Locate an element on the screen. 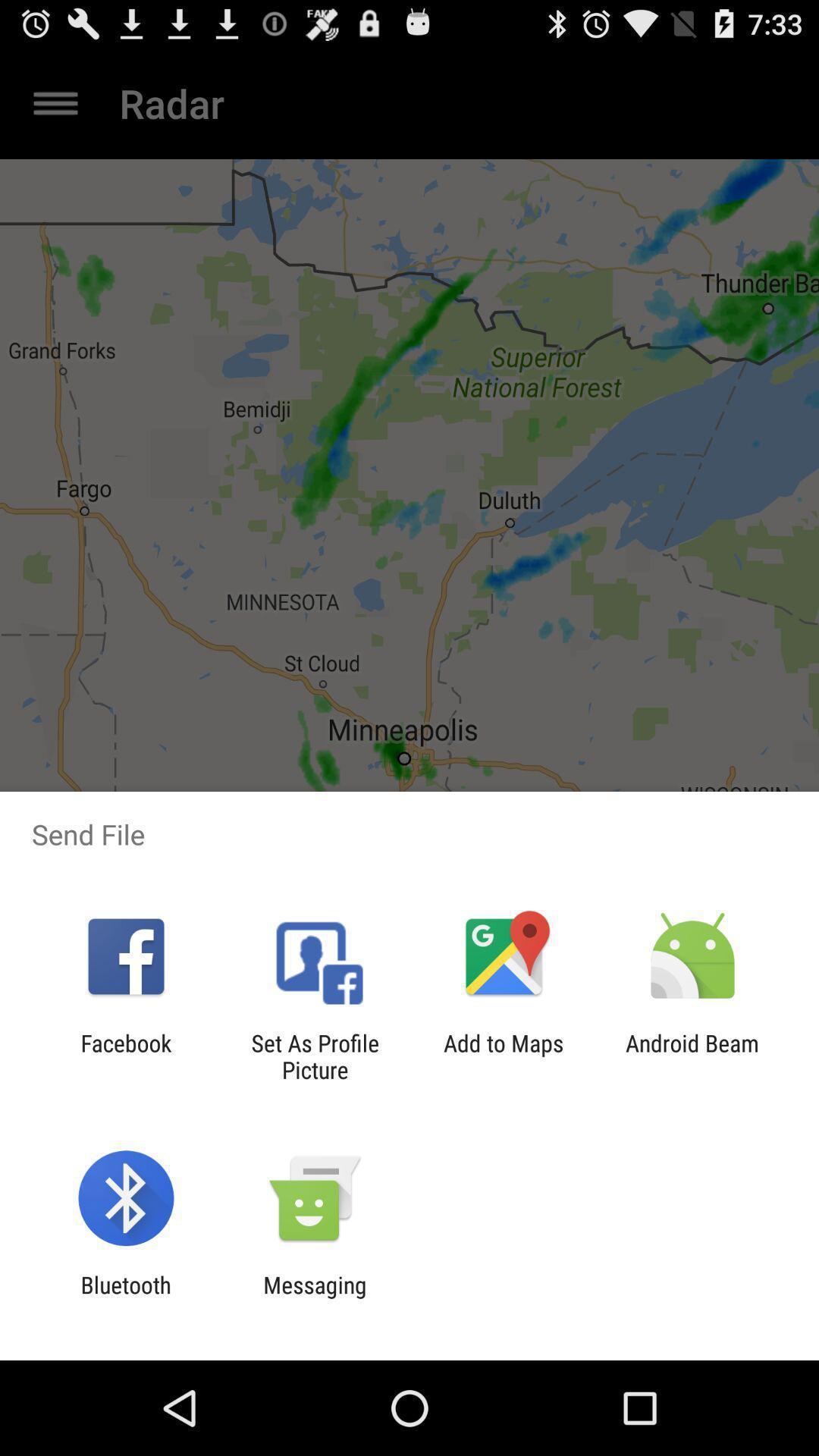 Image resolution: width=819 pixels, height=1456 pixels. messaging is located at coordinates (314, 1298).